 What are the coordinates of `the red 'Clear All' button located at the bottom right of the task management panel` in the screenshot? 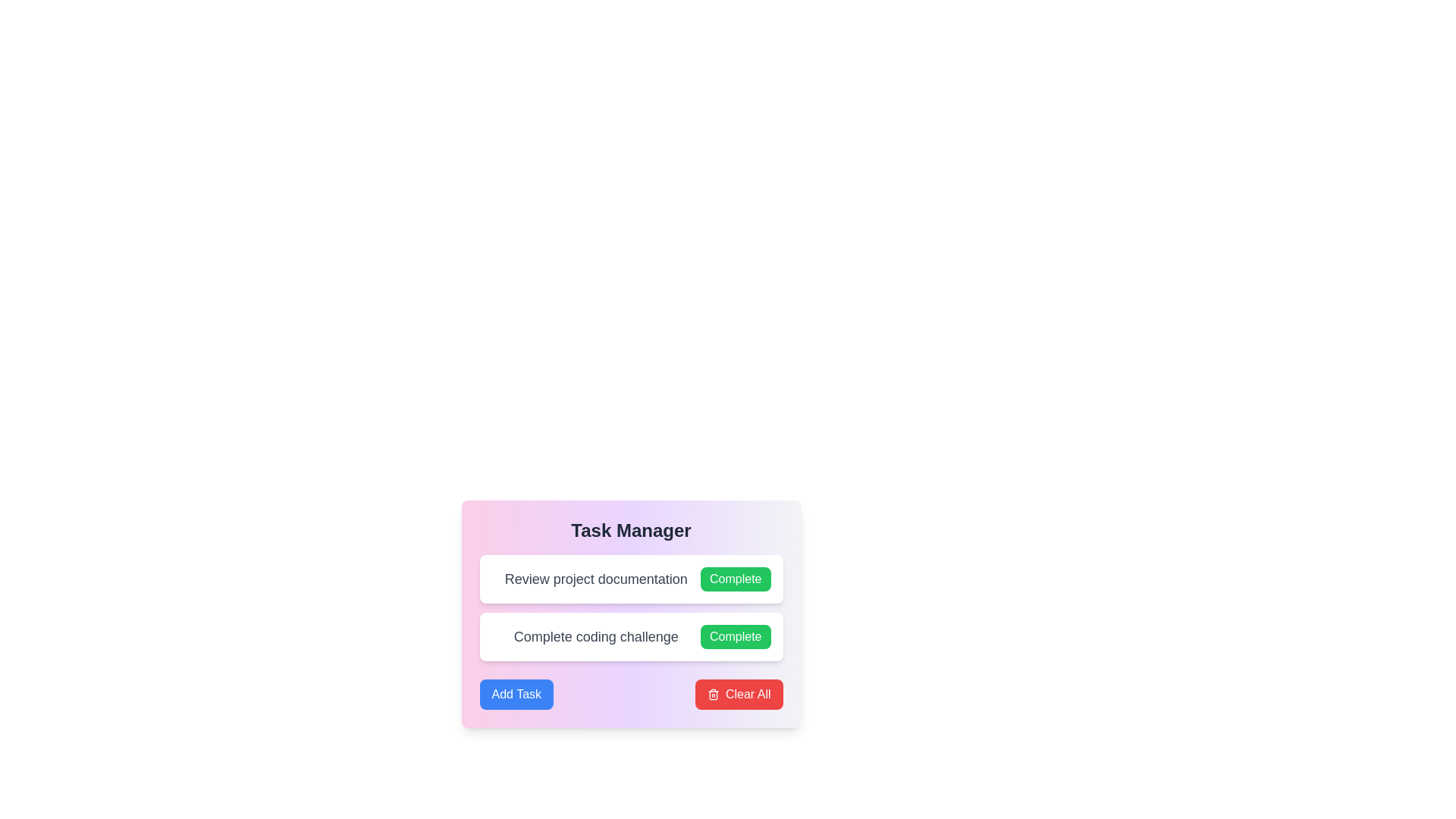 It's located at (739, 694).